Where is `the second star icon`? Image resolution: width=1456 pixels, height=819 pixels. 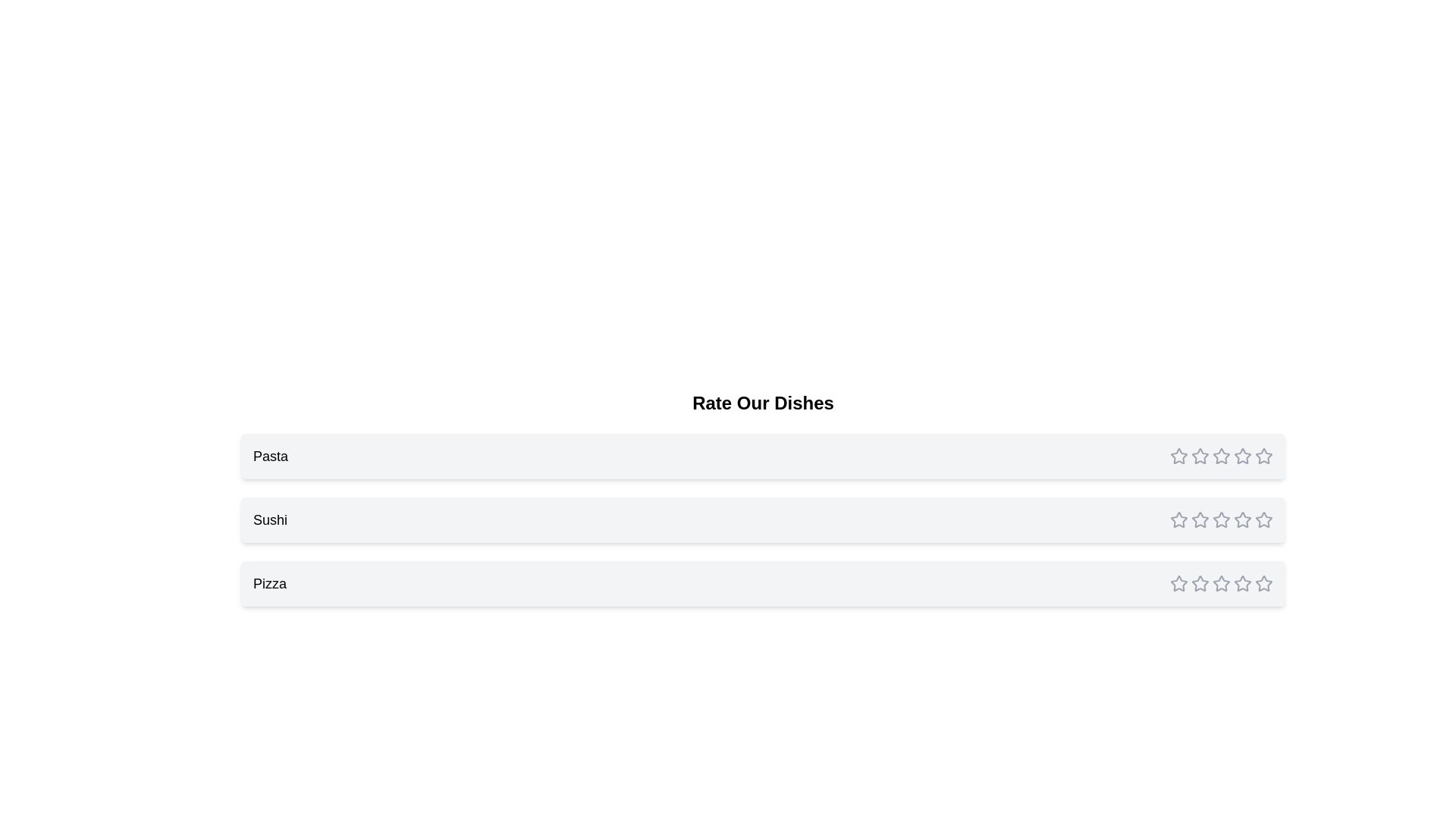
the second star icon is located at coordinates (1200, 519).